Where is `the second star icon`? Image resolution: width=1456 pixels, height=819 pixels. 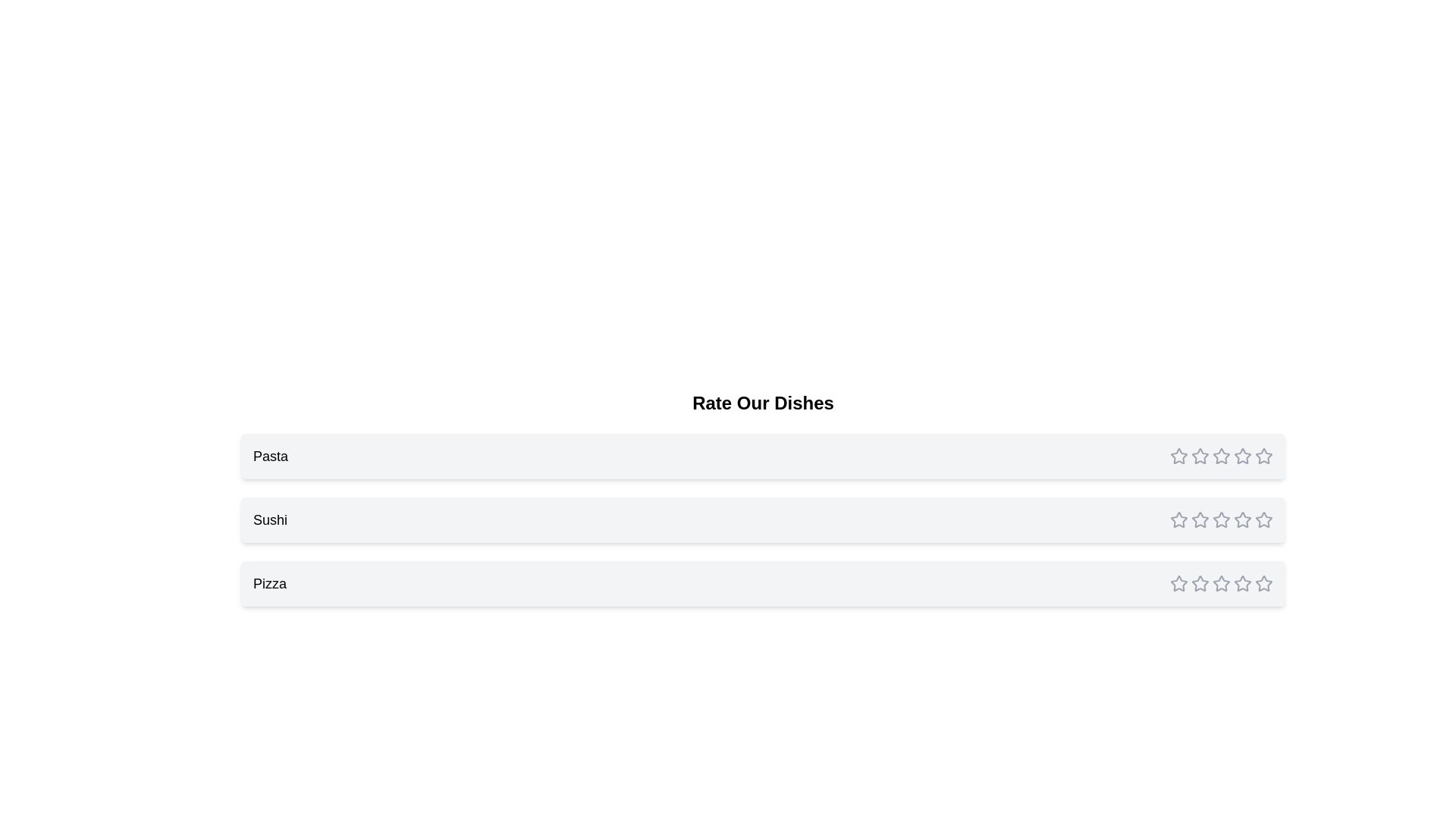
the second star icon is located at coordinates (1200, 519).